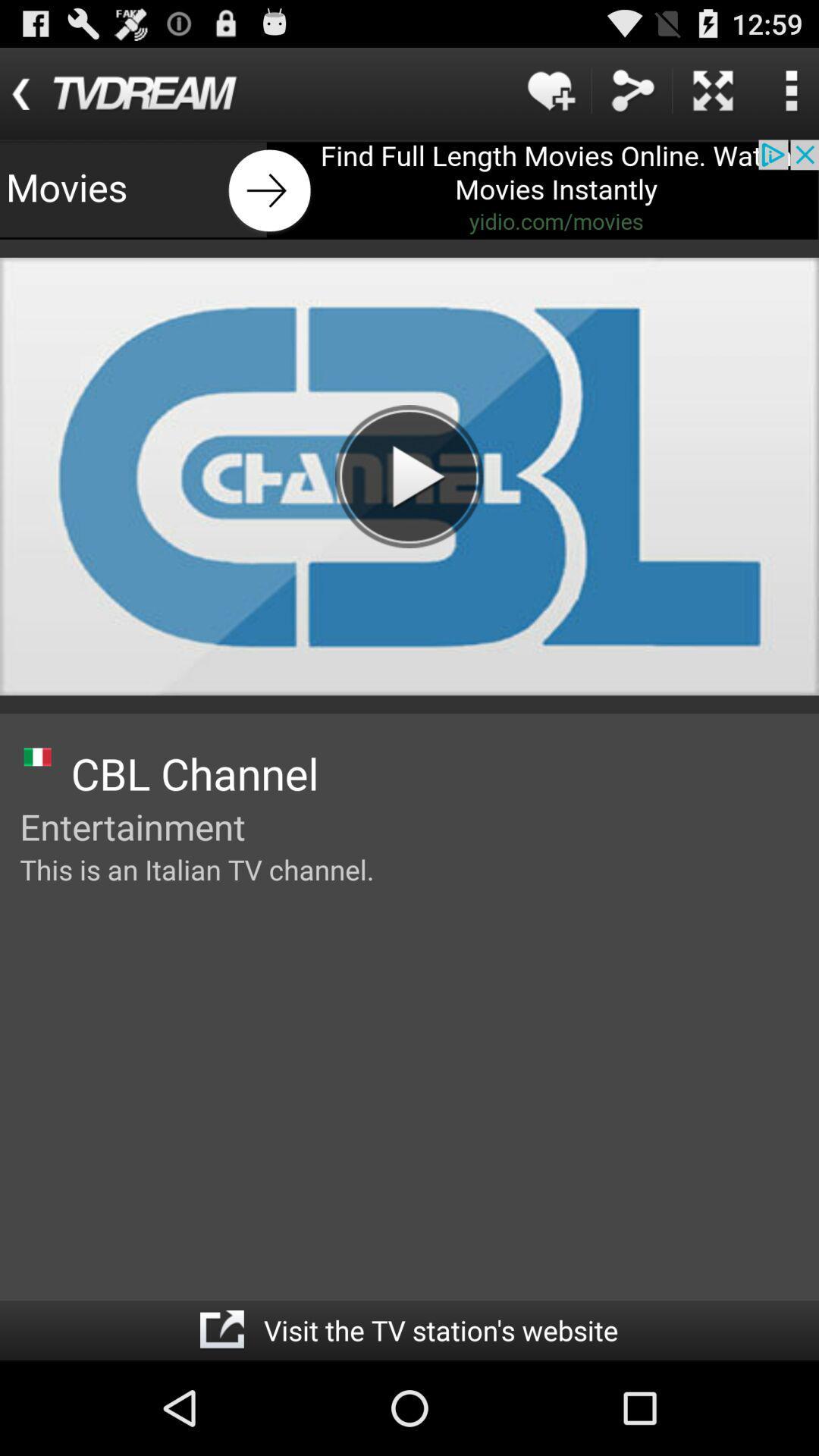  Describe the element at coordinates (790, 89) in the screenshot. I see `more options` at that location.